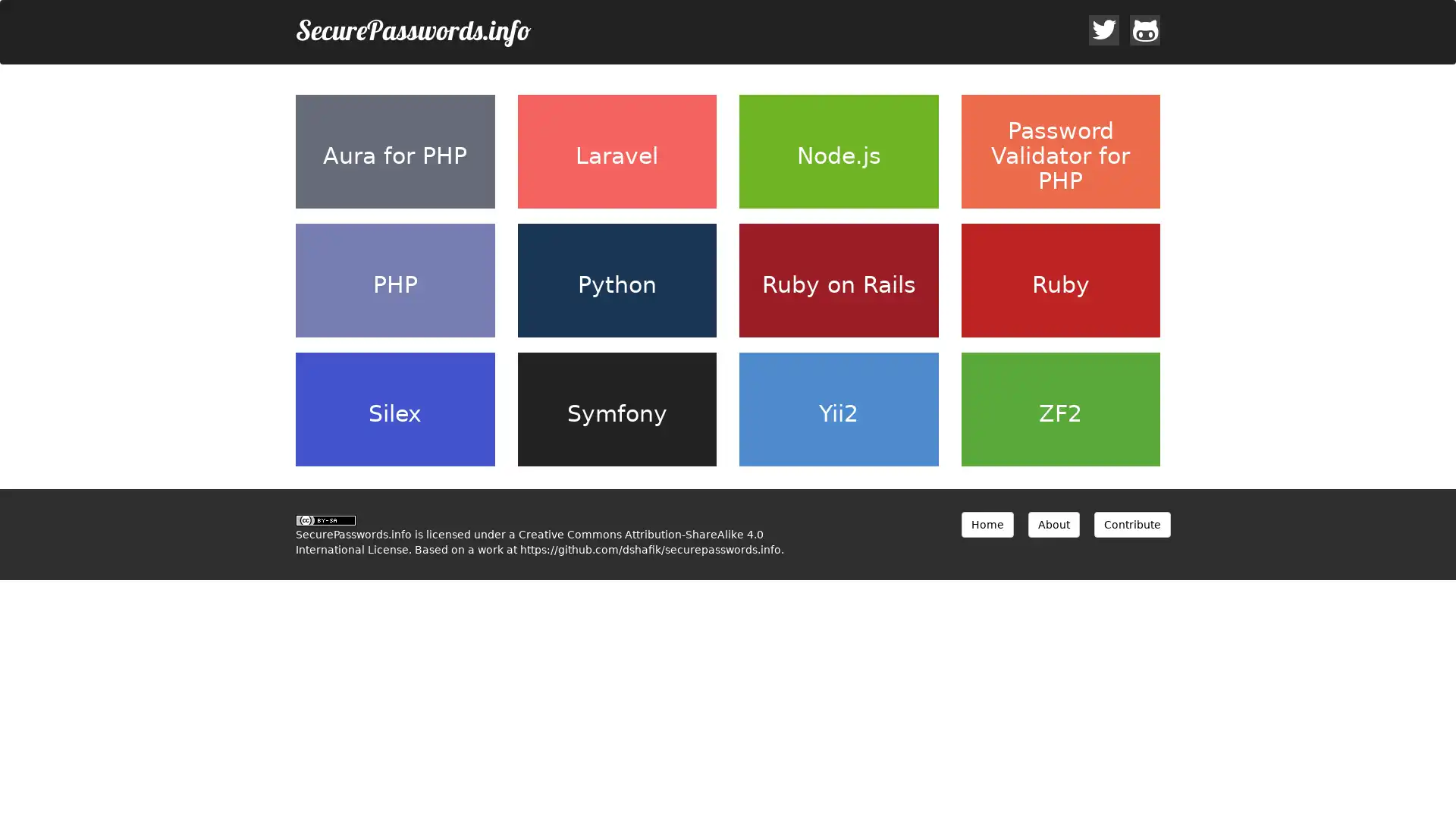  I want to click on Ruby on Rails, so click(837, 281).